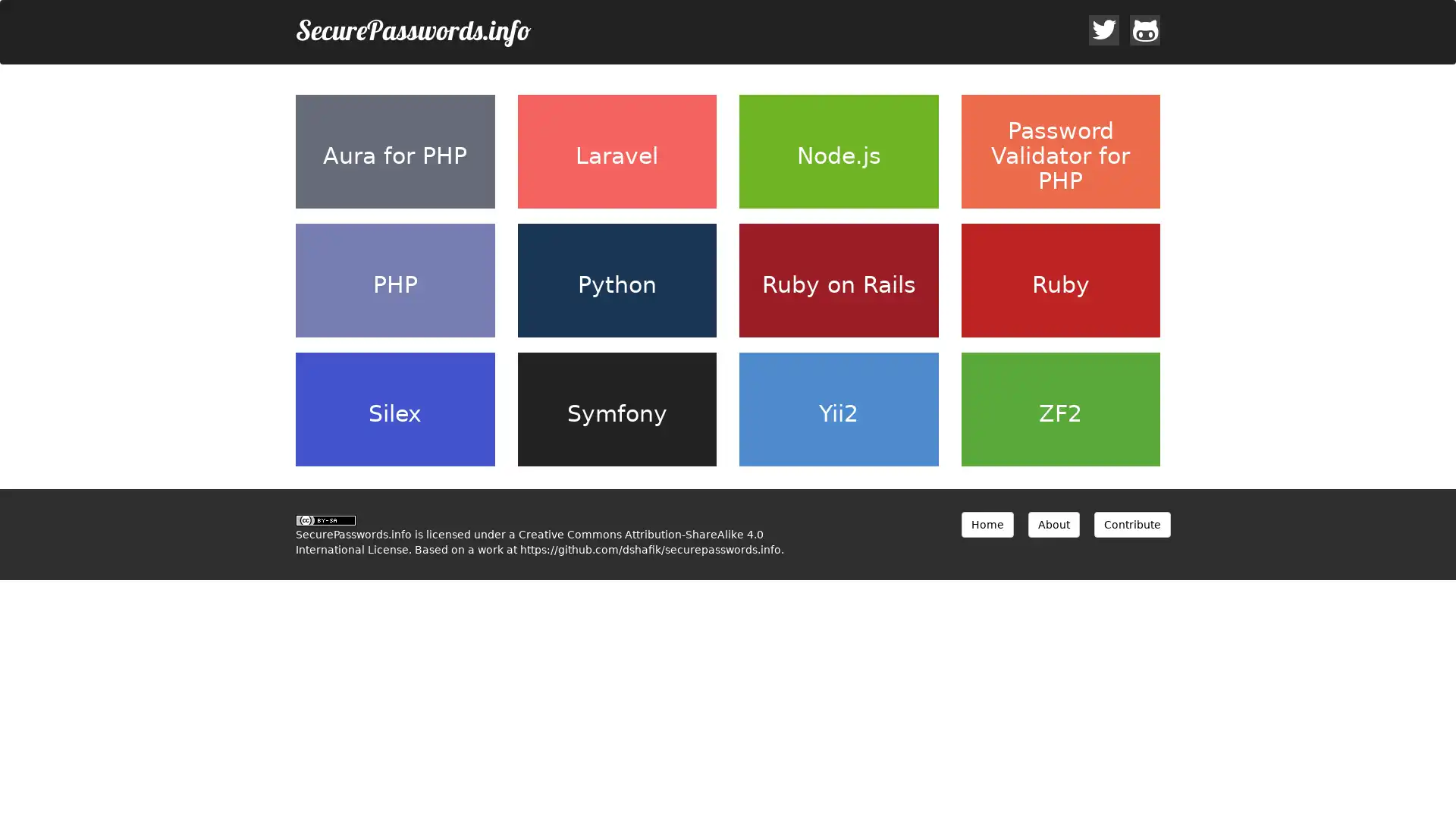  I want to click on Ruby on Rails, so click(837, 281).